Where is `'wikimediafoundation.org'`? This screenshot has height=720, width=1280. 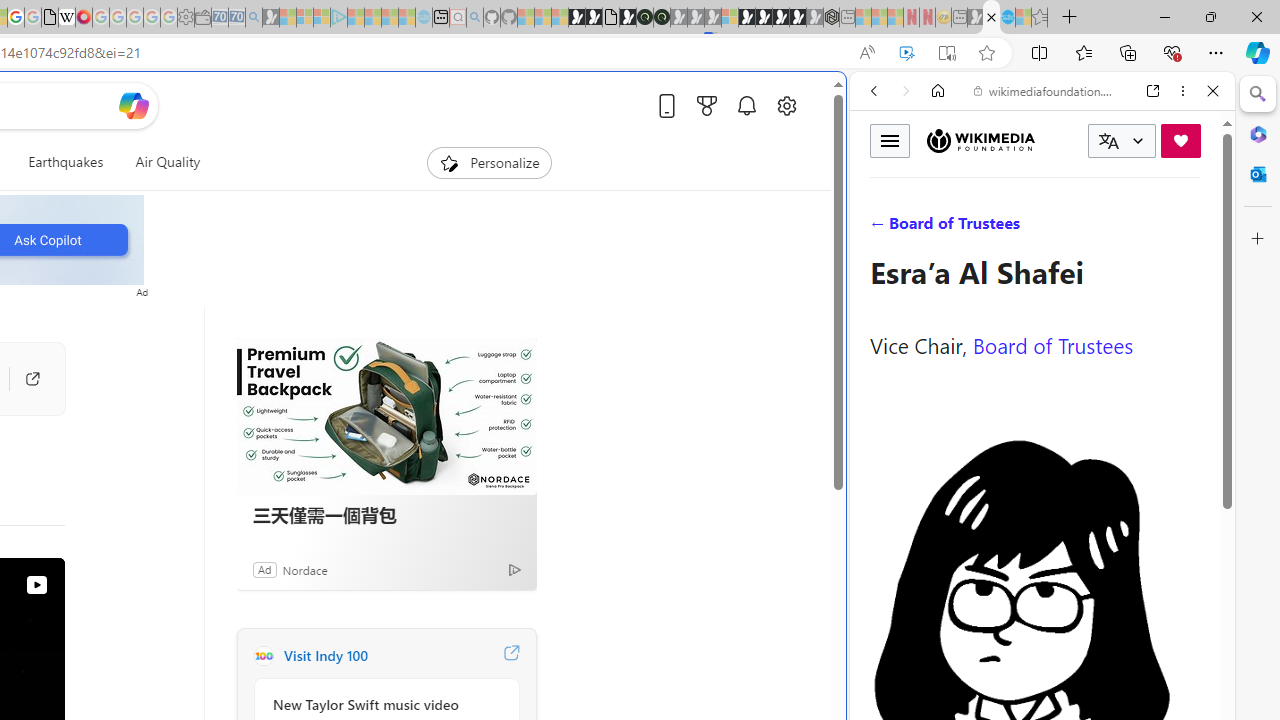
'wikimediafoundation.org' is located at coordinates (1045, 91).